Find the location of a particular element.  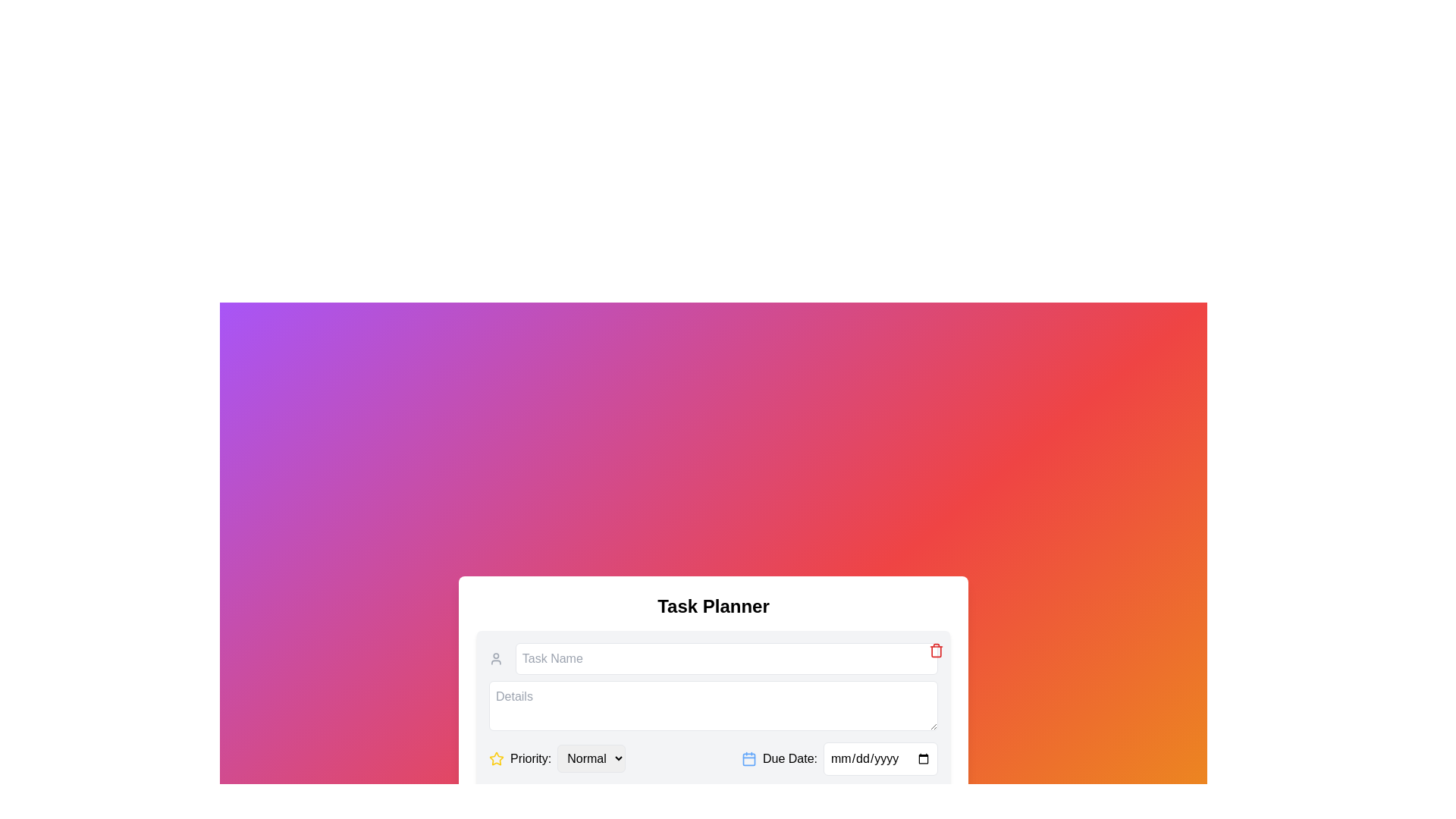

the priority level dropdown menu located in the lower section of the form layout, beneath the 'Details' text area is located at coordinates (557, 758).